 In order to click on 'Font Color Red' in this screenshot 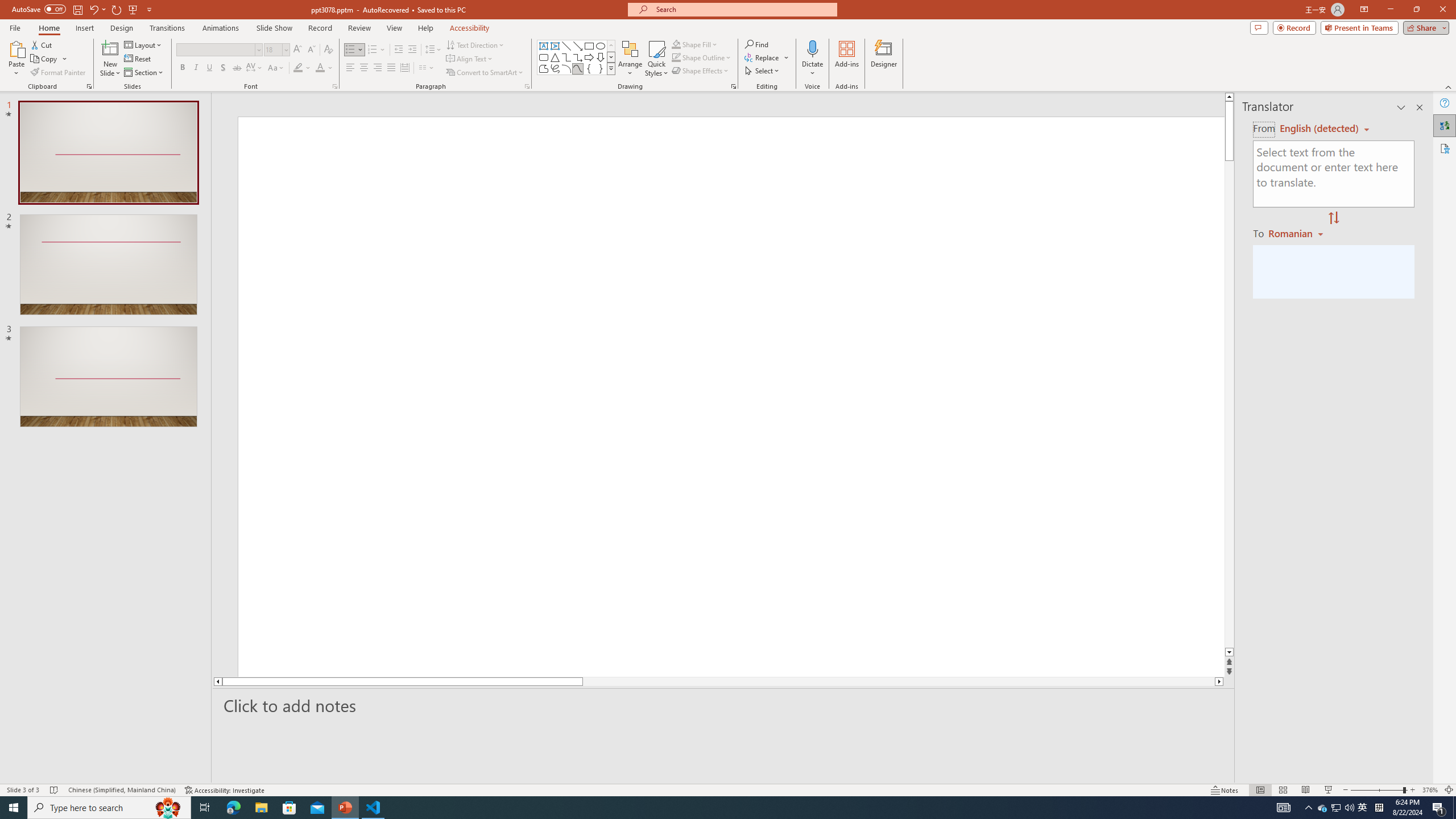, I will do `click(320, 67)`.